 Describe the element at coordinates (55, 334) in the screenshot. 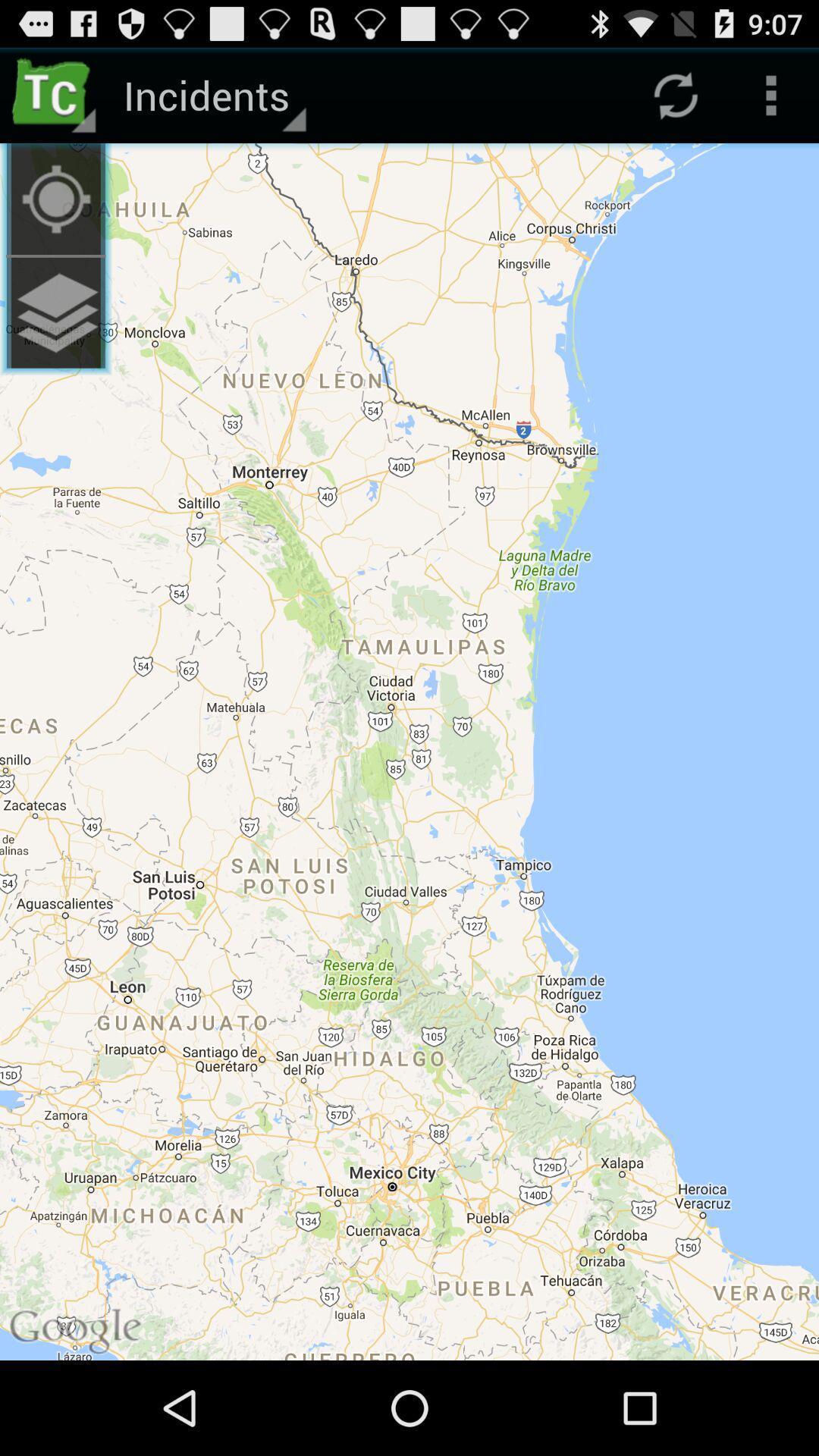

I see `the layers icon` at that location.